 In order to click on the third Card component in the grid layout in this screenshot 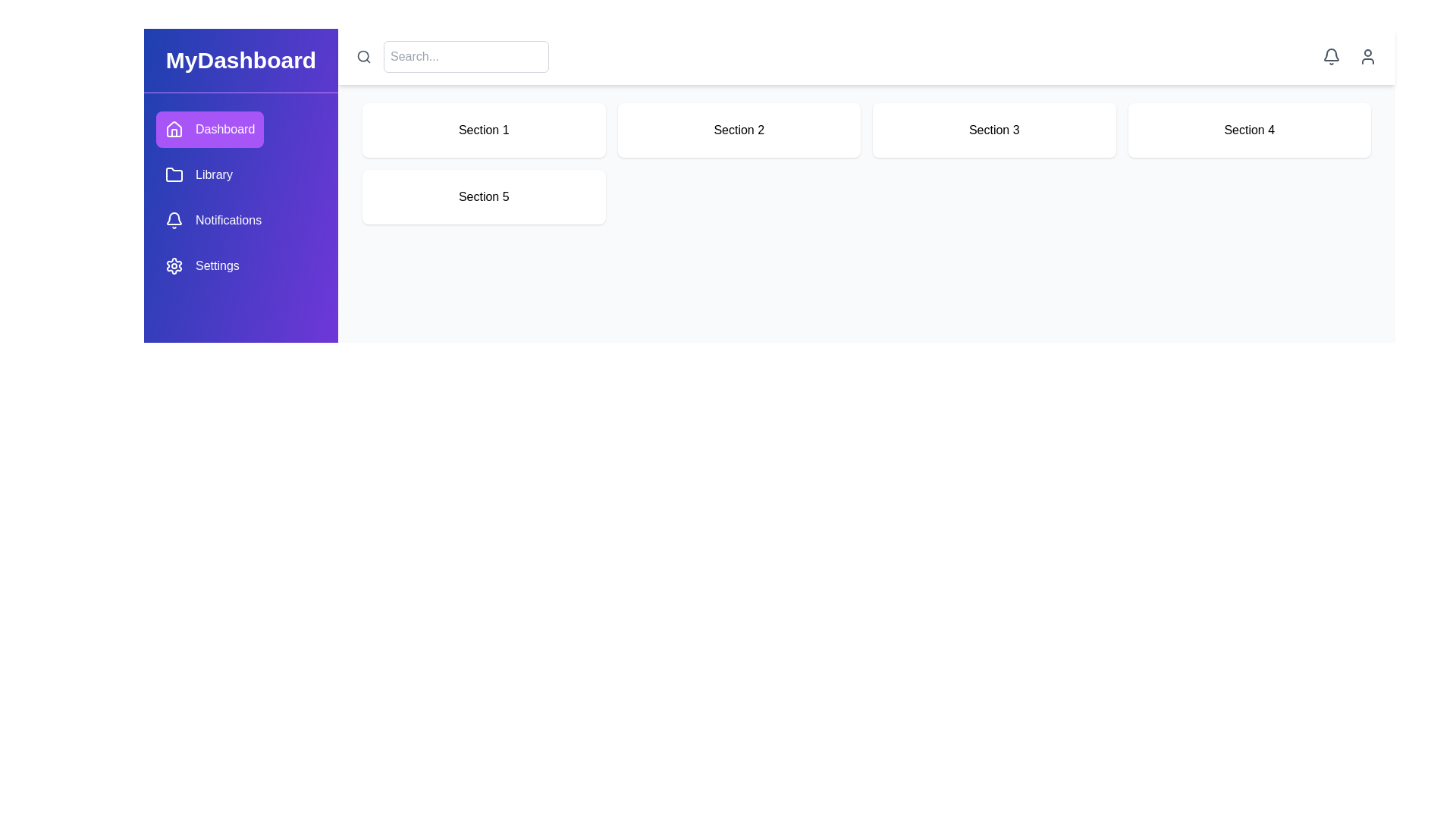, I will do `click(994, 130)`.